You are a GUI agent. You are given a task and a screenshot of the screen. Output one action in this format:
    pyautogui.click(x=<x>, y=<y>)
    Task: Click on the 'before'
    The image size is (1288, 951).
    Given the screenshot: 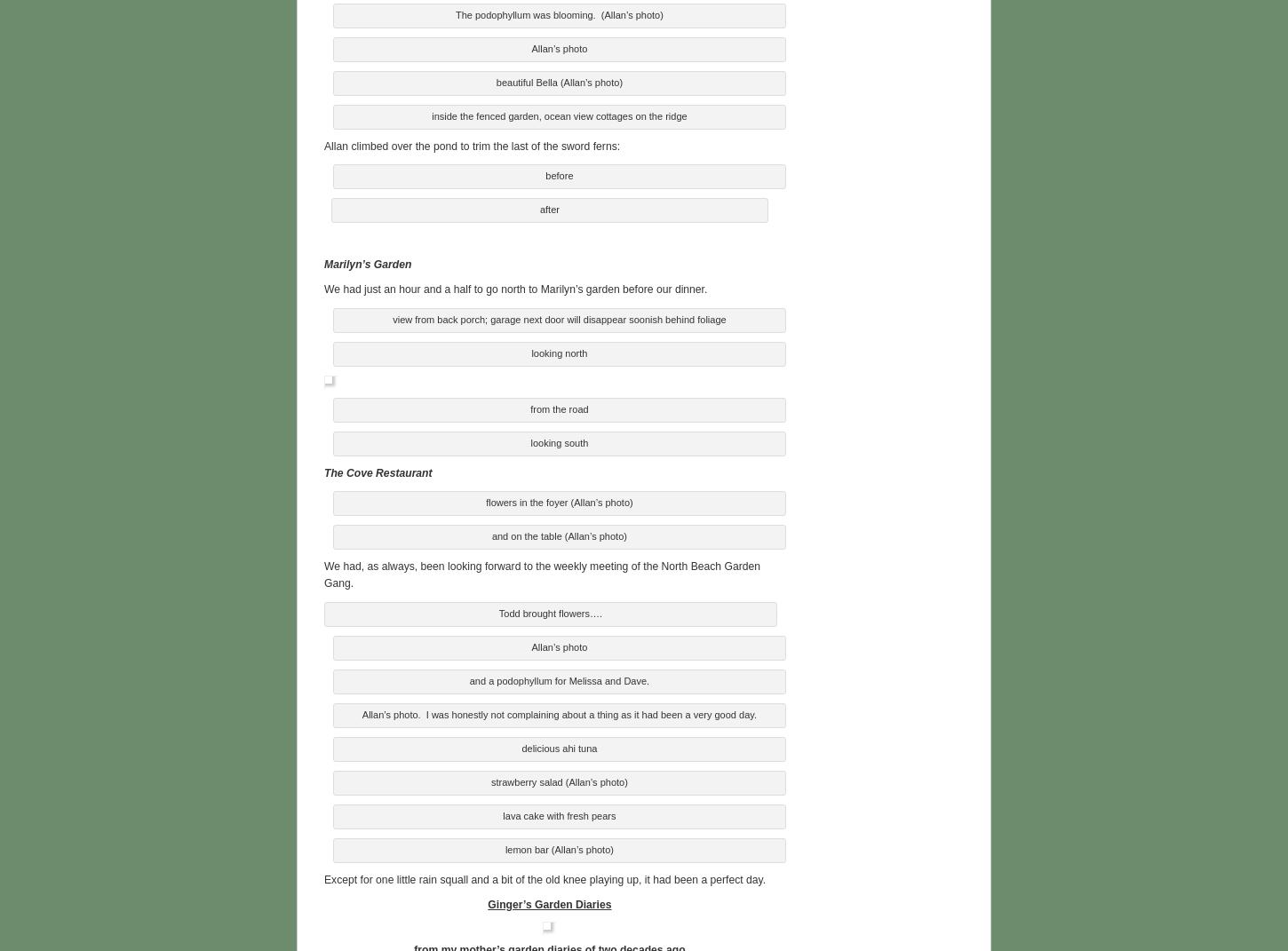 What is the action you would take?
    pyautogui.click(x=558, y=172)
    